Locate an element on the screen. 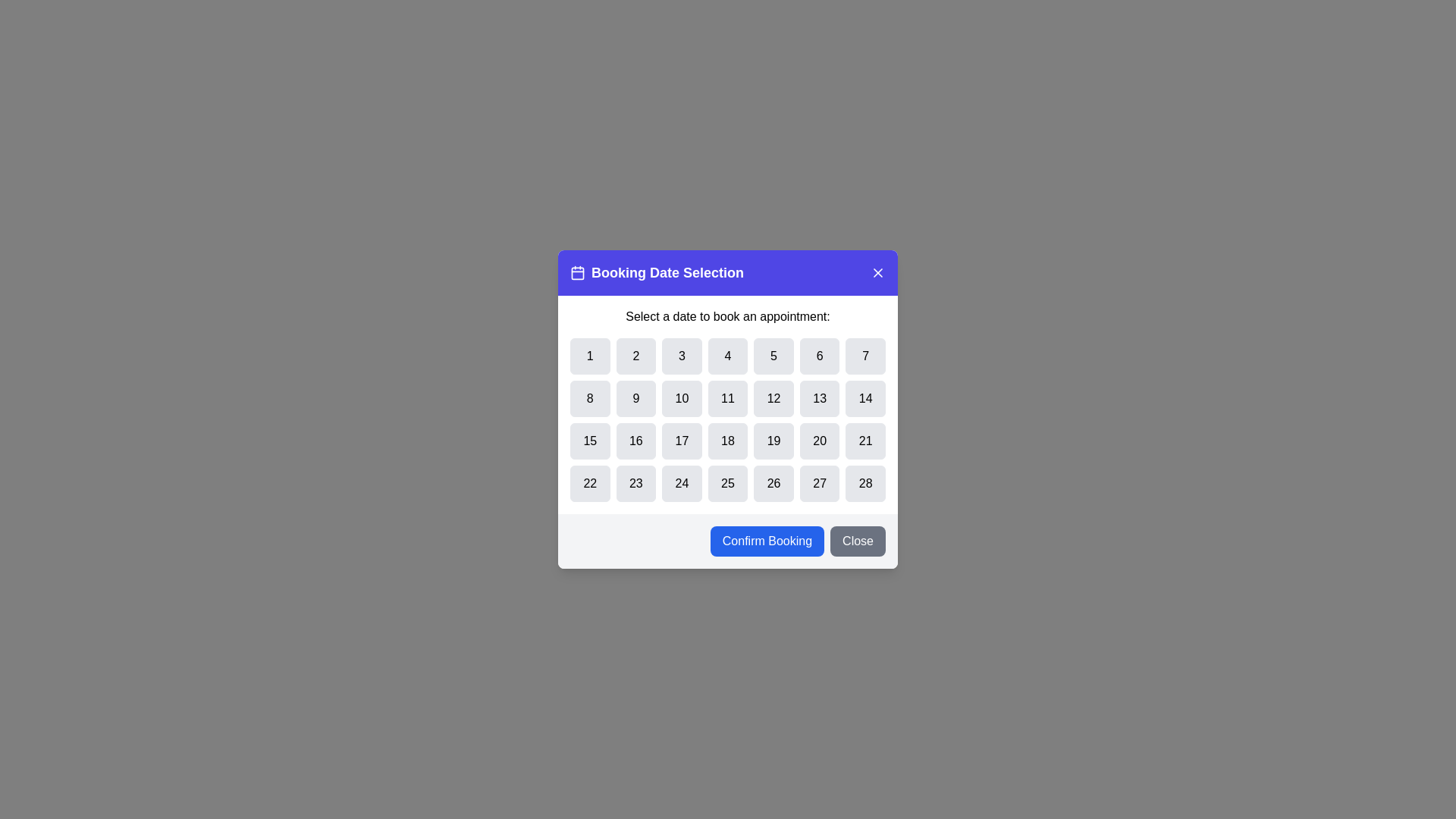 This screenshot has width=1456, height=819. the 'Confirm Booking' button to confirm the booking is located at coordinates (767, 540).